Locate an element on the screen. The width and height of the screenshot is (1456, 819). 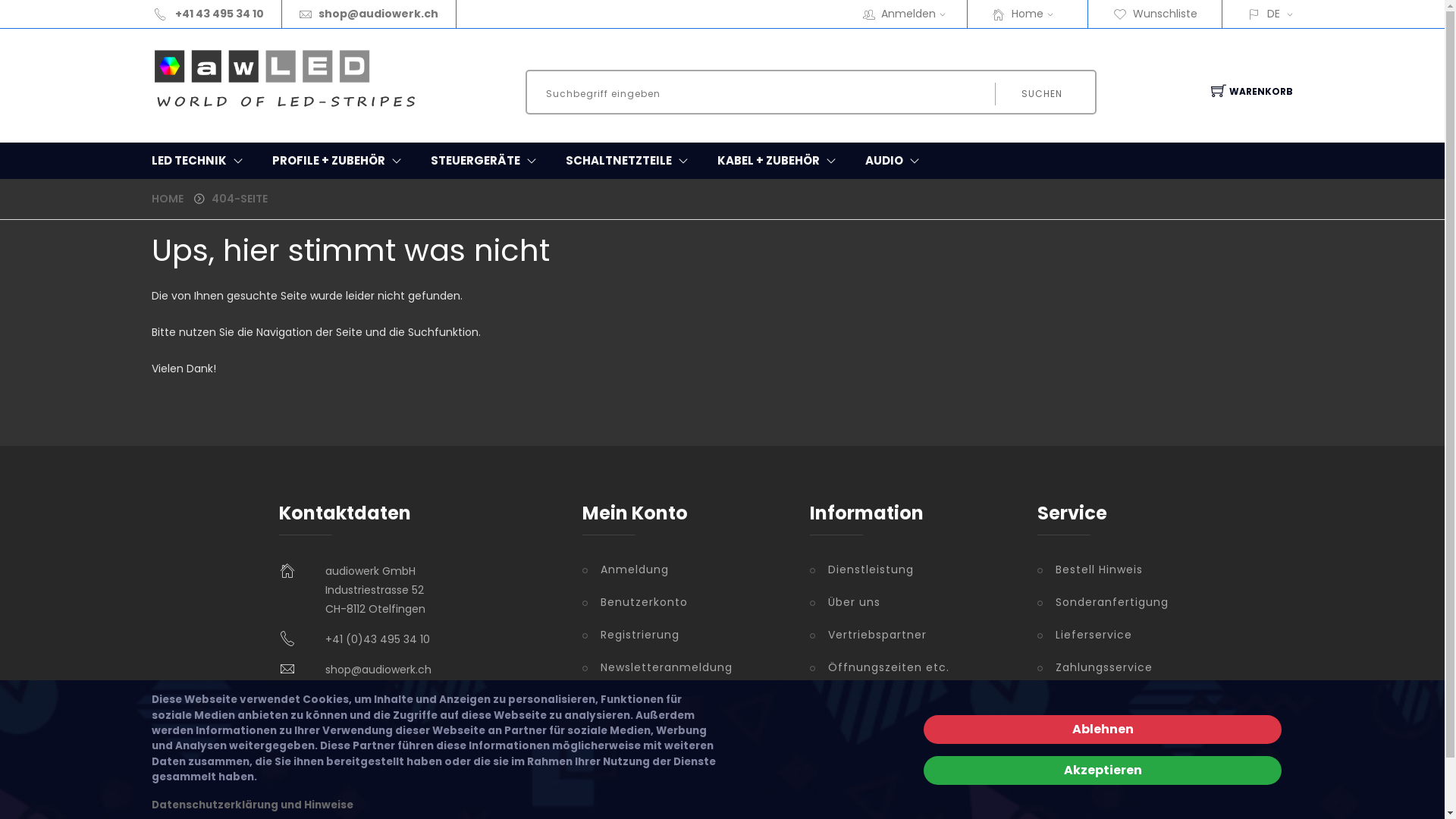
'Registrierung' is located at coordinates (582, 635).